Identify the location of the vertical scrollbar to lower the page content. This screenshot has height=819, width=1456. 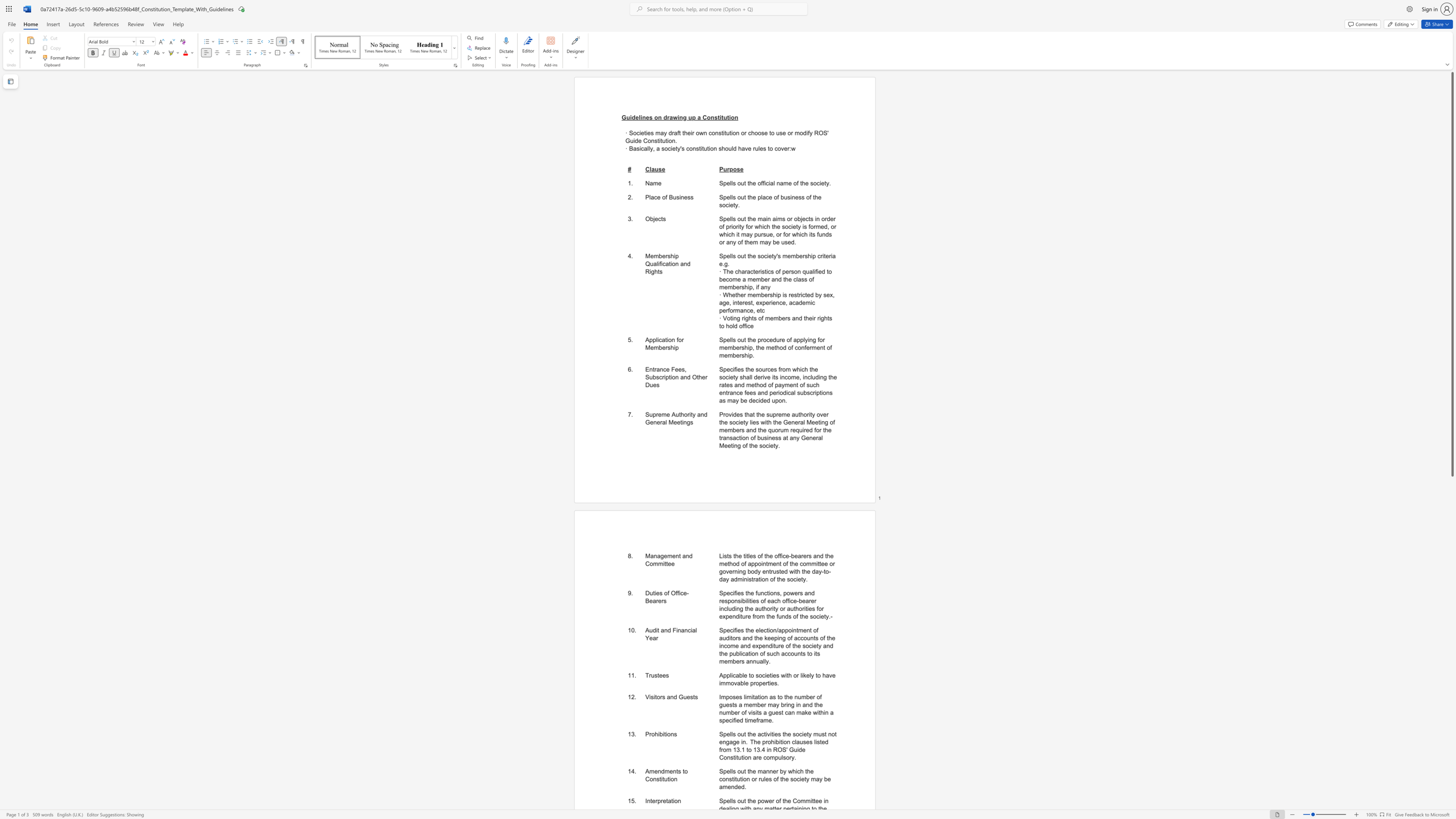
(1451, 769).